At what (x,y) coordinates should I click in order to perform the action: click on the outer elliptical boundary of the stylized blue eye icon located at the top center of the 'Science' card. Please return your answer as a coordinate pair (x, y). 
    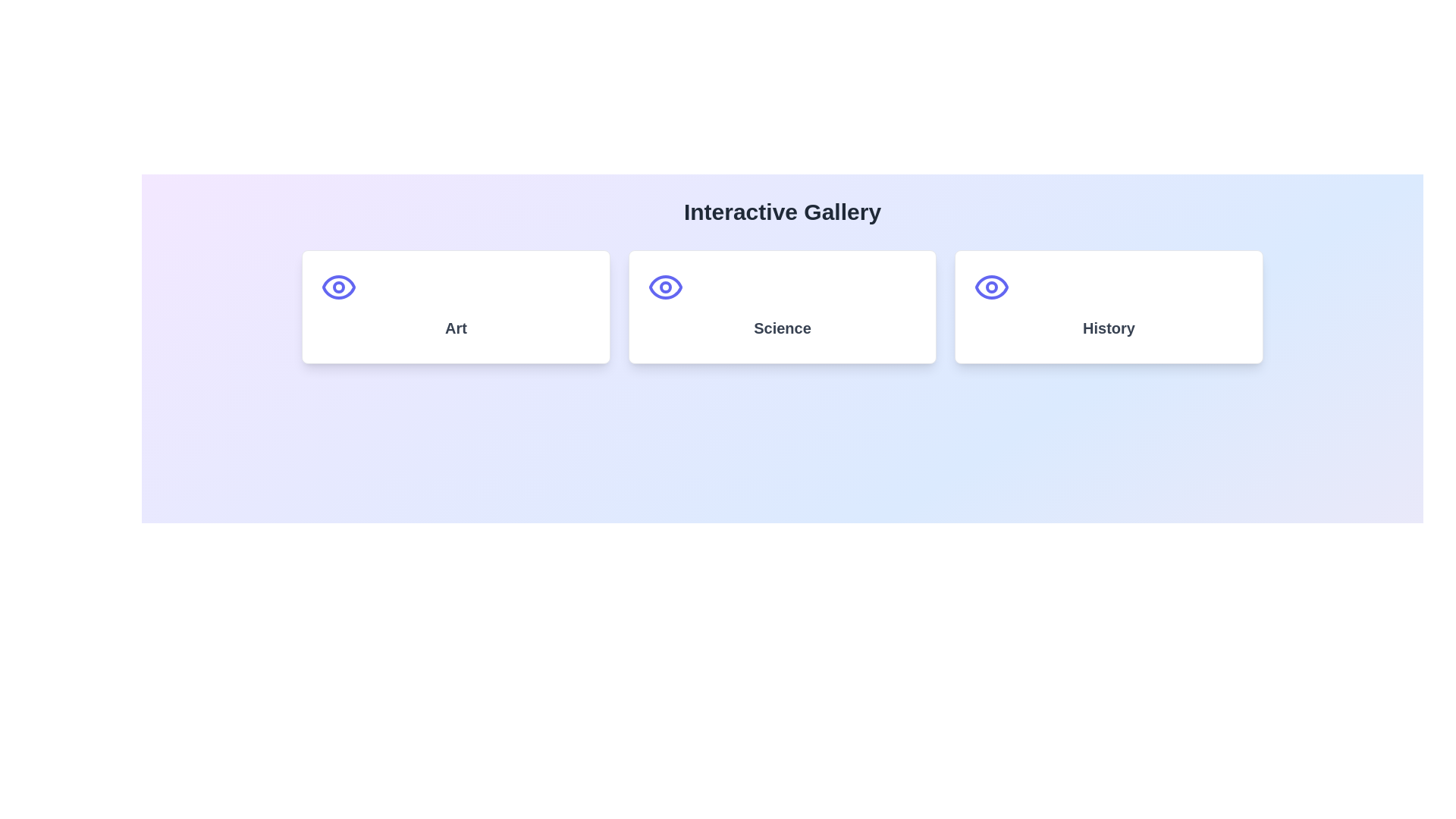
    Looking at the image, I should click on (665, 287).